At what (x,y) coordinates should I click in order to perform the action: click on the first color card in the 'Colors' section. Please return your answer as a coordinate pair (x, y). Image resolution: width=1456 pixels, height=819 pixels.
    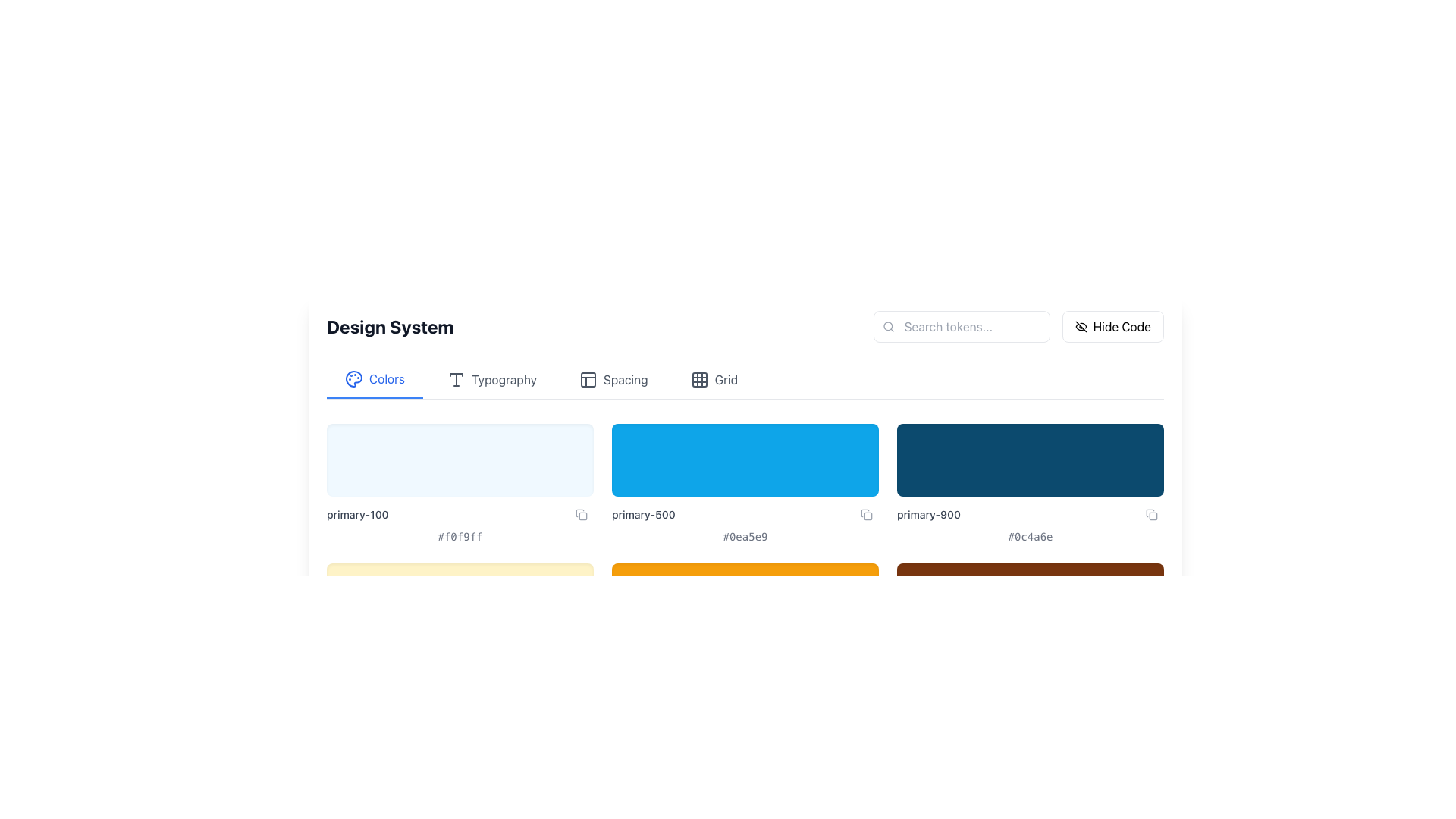
    Looking at the image, I should click on (459, 485).